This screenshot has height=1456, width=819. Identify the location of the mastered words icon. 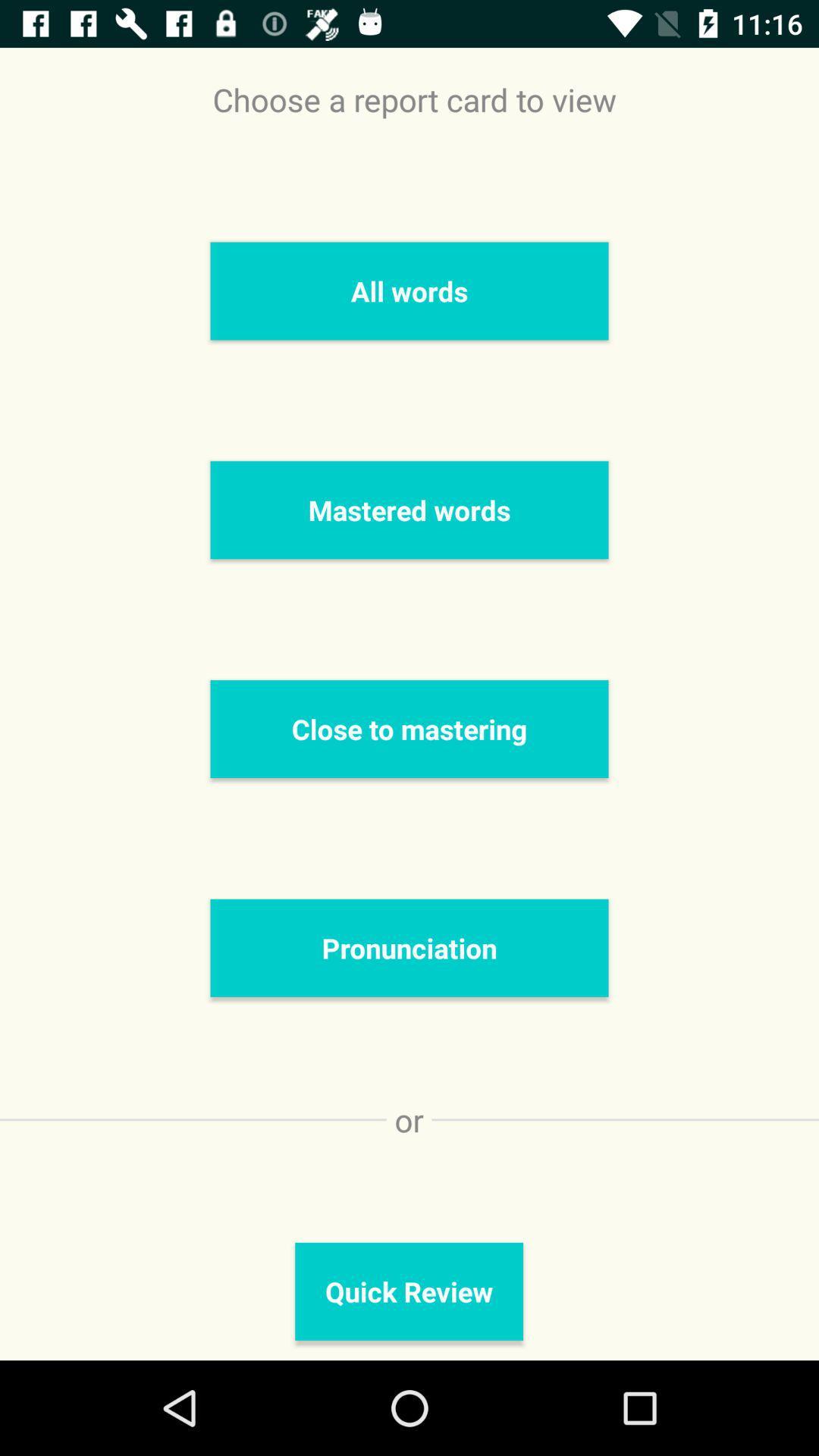
(409, 510).